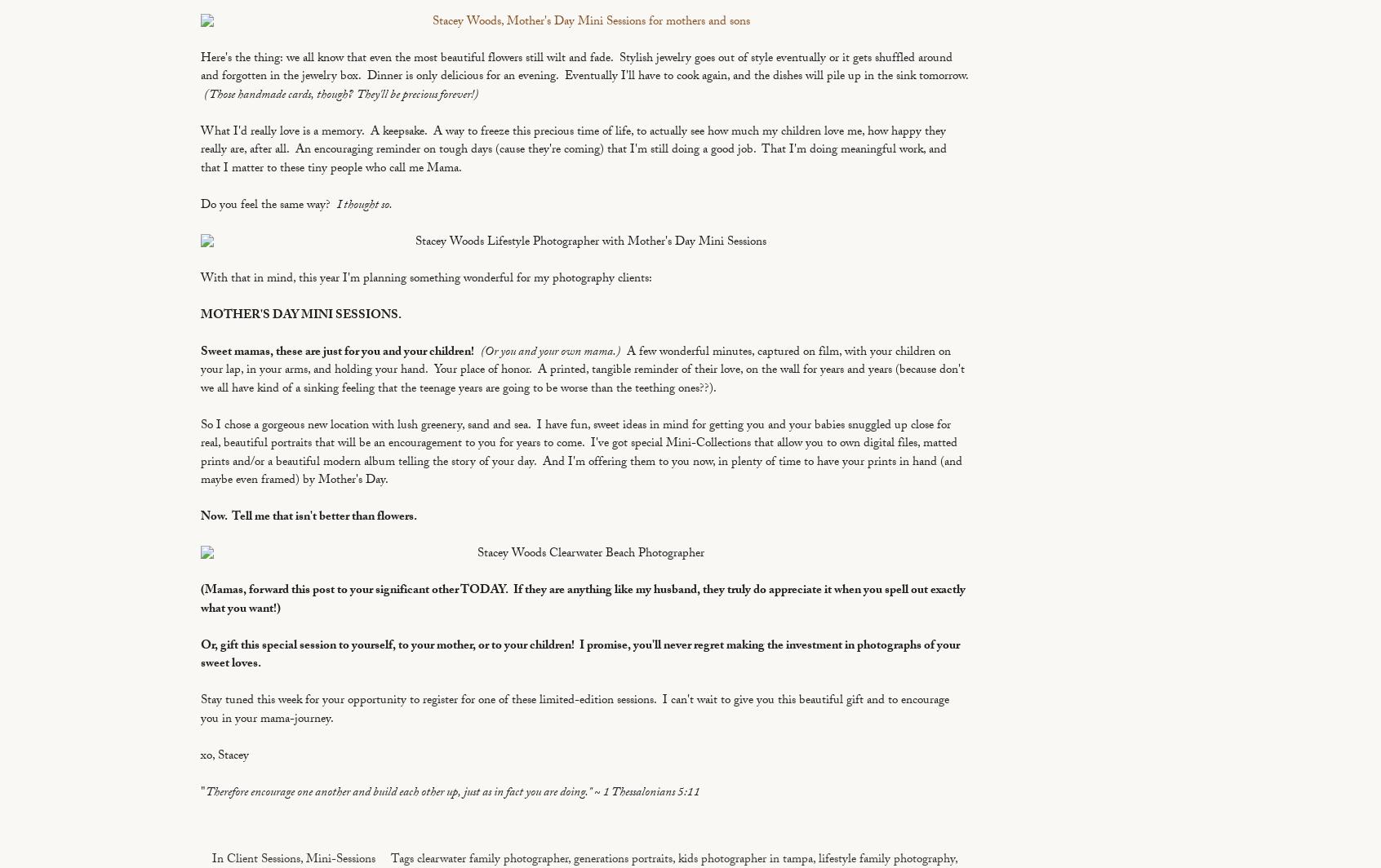  Describe the element at coordinates (574, 150) in the screenshot. I see `'What I'd really love is a memory.  A keepsake.  A way to freeze this precious time of life, to actually see how much my children love me, how happy they really are, after all.  An encouraging reminder on tough days (cause they're coming) that I'm still doing a good job.  That I'm doing meaningful work, and that I matter to these tiny people who call me Mama.'` at that location.